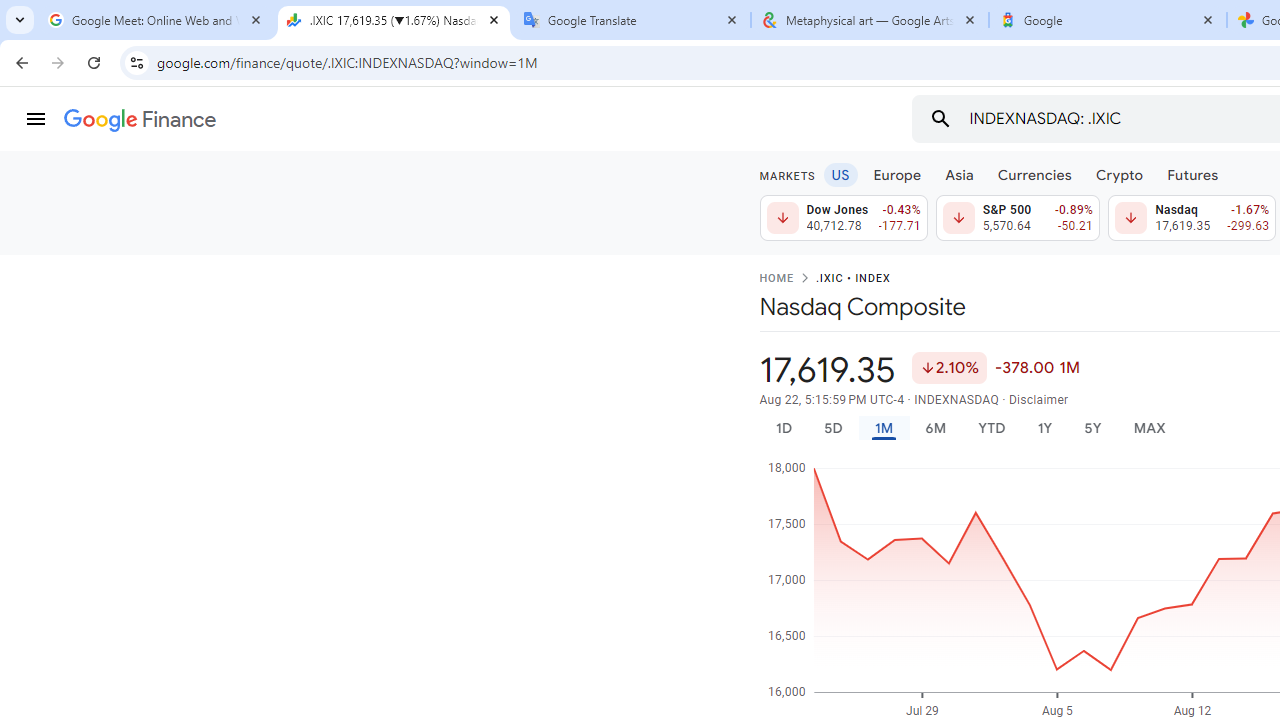  What do you see at coordinates (1017, 218) in the screenshot?
I see `'S&P 500 5,570.64 Down by 0.89% -50.21'` at bounding box center [1017, 218].